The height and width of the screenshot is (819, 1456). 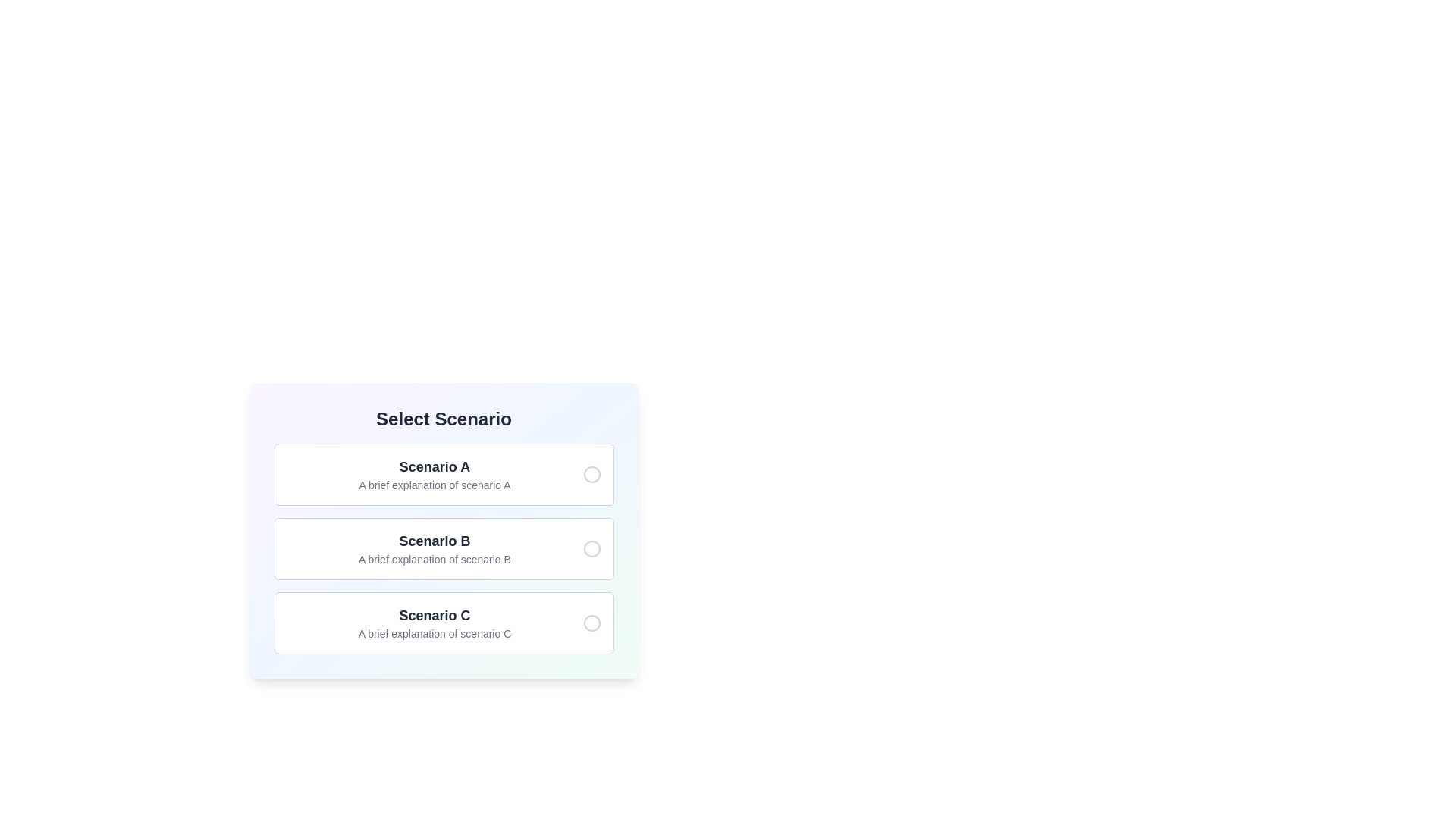 I want to click on the Circular Indicator with an outlined border, styled in light gray, which is part of the selectable option labeled 'Scenario B' located near the right side of the option, so click(x=591, y=549).